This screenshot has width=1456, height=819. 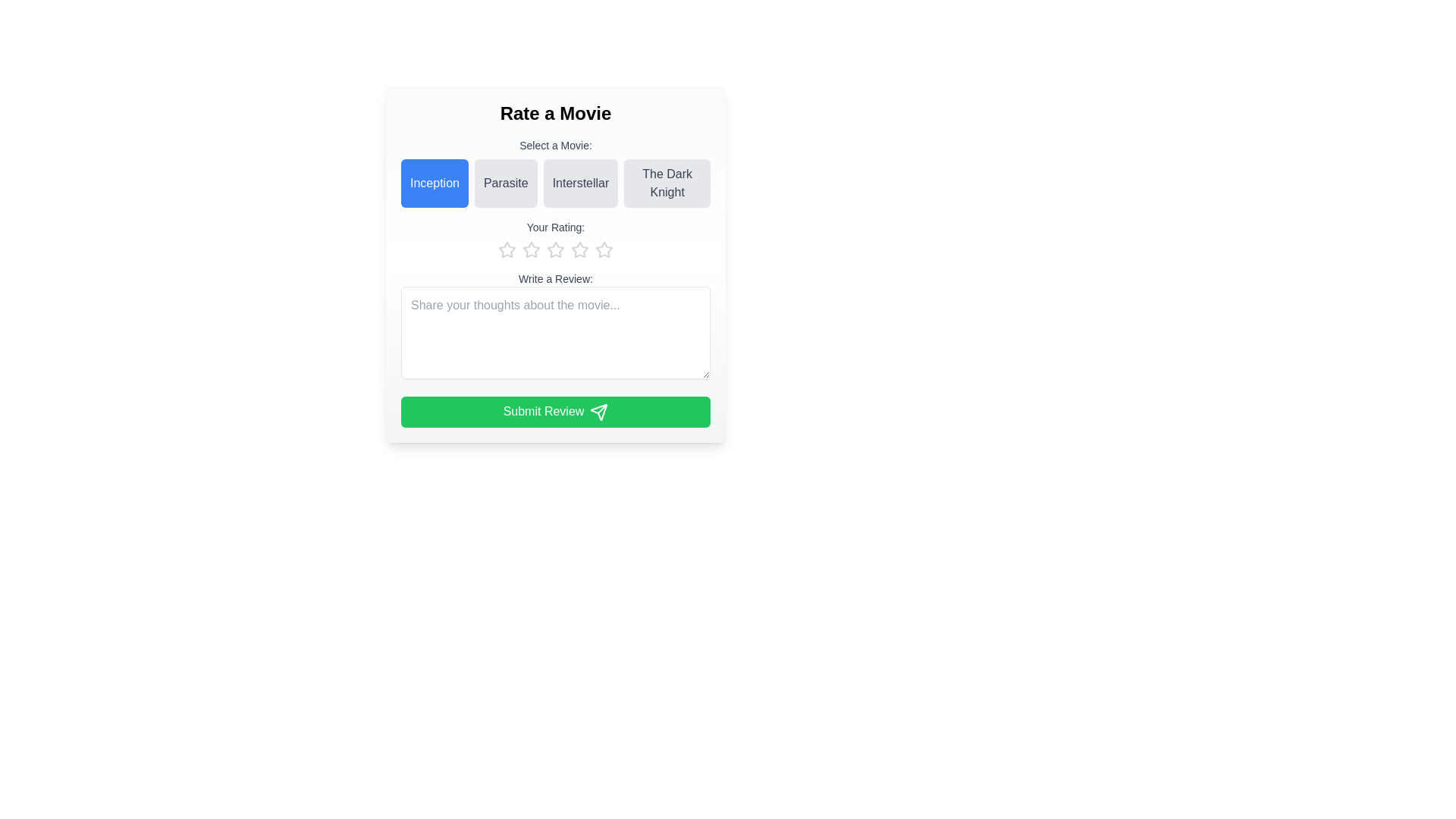 I want to click on the third star icon in the five-star rating system, located centrally below the 'Your Rating:' label, so click(x=555, y=249).